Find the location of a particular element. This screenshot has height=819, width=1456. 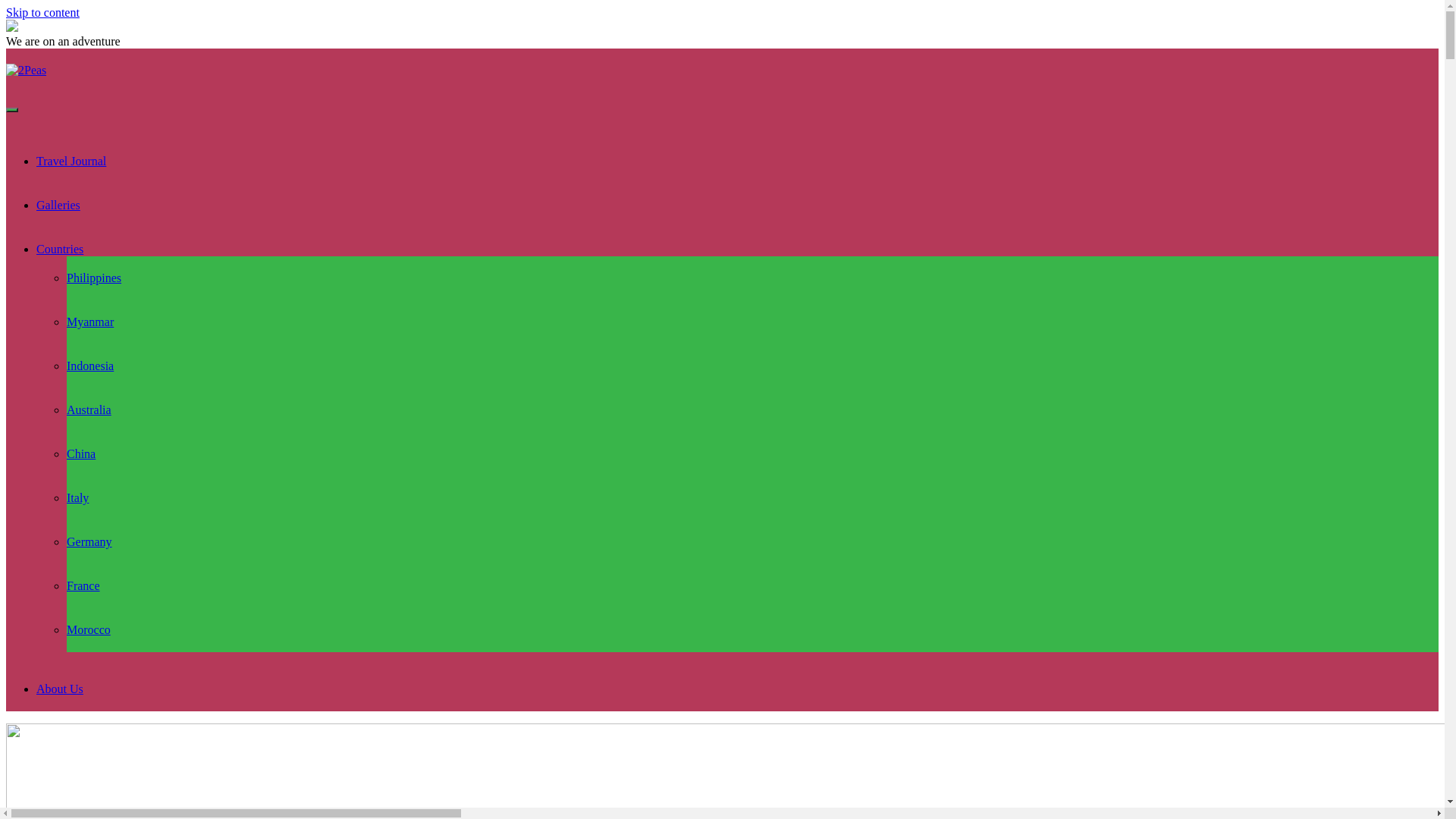

'Germany' is located at coordinates (89, 541).